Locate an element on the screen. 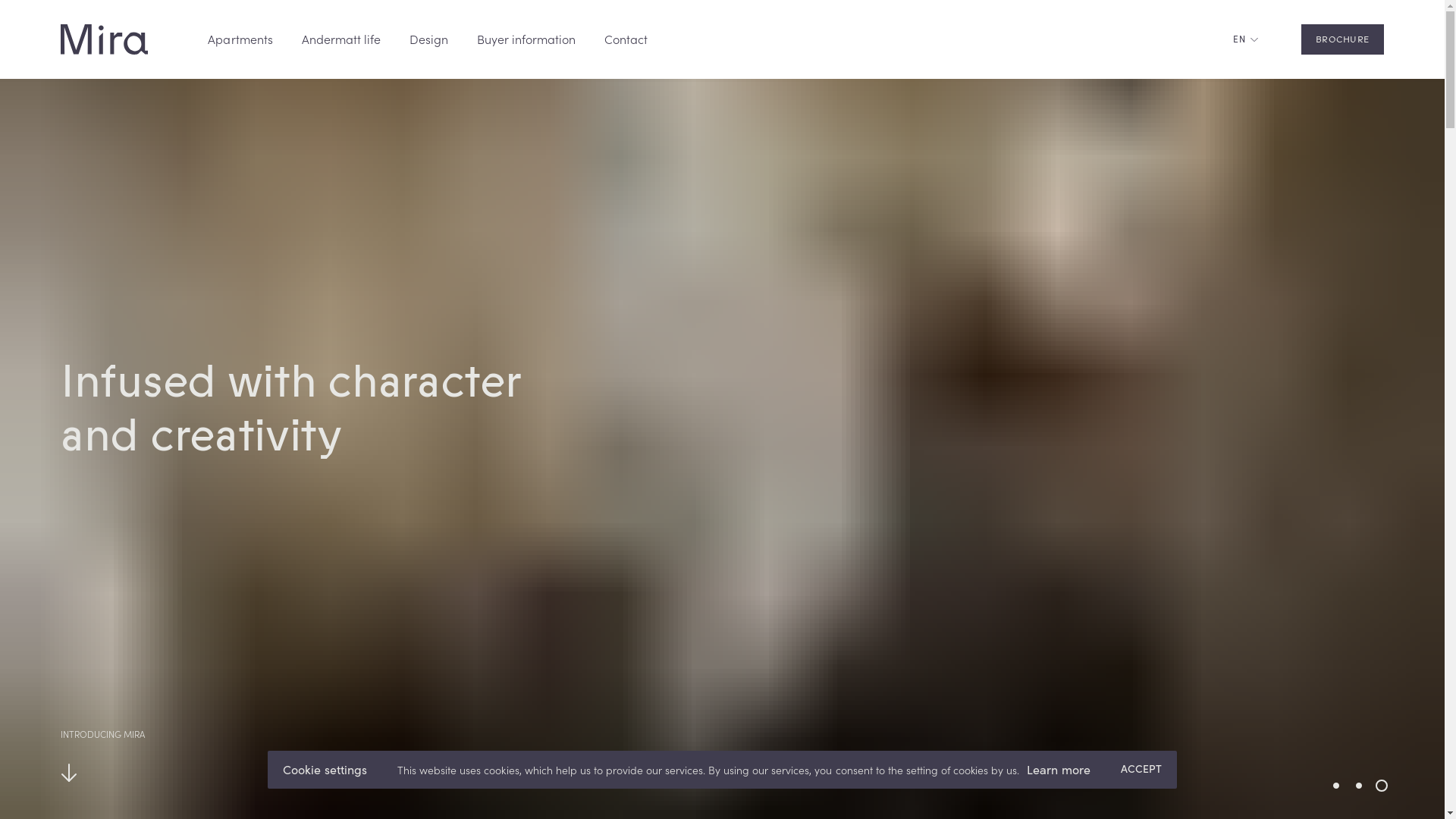  'Buyer information' is located at coordinates (526, 38).